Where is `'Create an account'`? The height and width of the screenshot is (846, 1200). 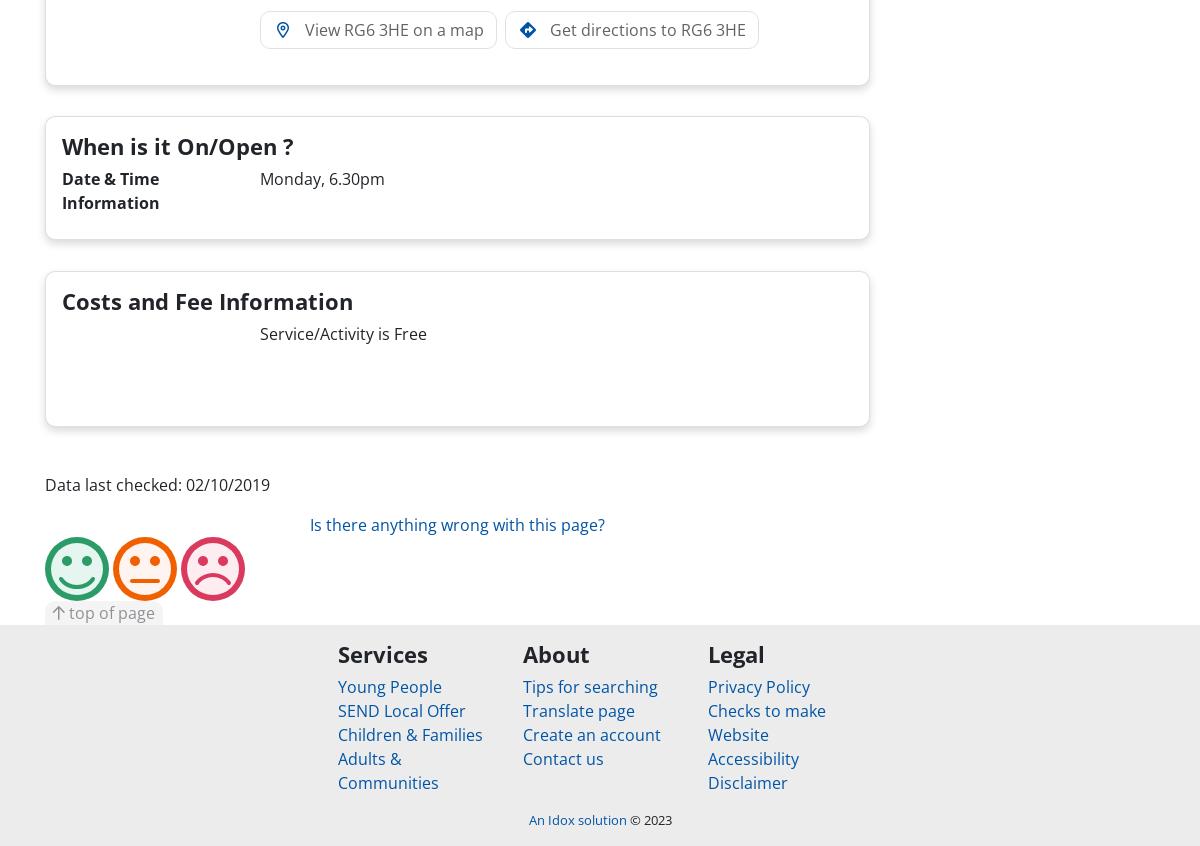 'Create an account' is located at coordinates (590, 734).